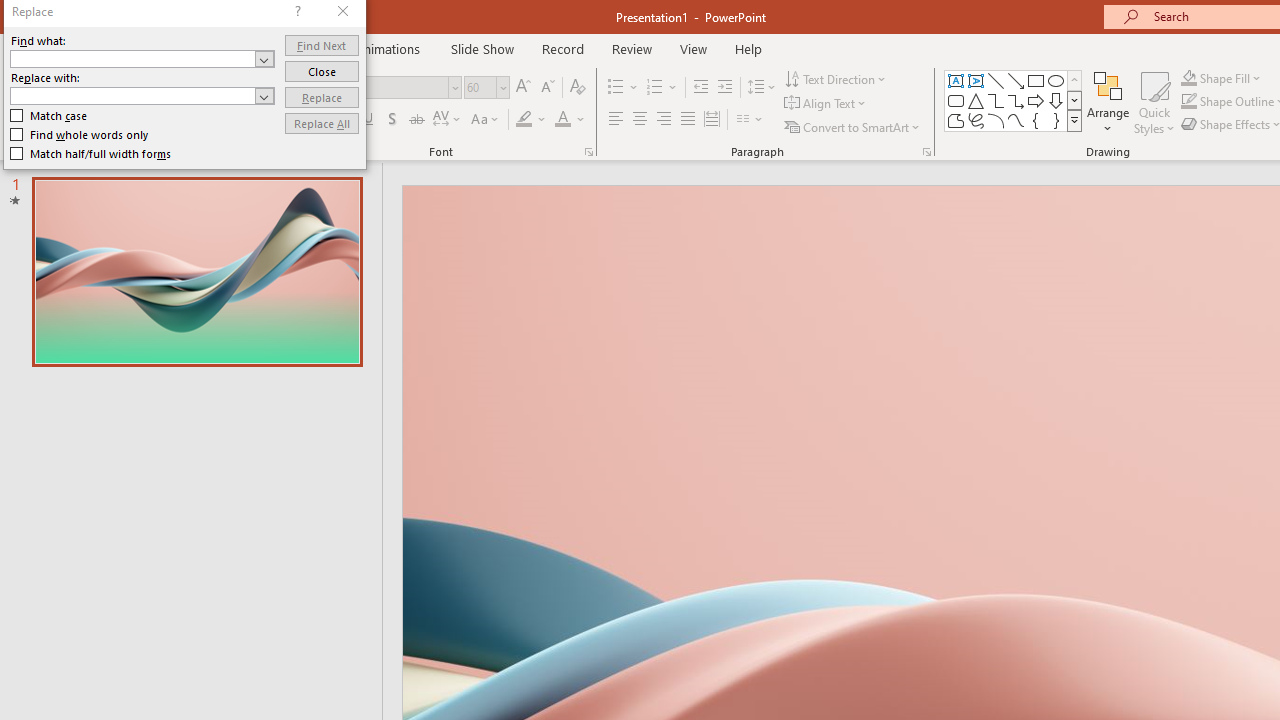  I want to click on 'Replace All', so click(321, 123).